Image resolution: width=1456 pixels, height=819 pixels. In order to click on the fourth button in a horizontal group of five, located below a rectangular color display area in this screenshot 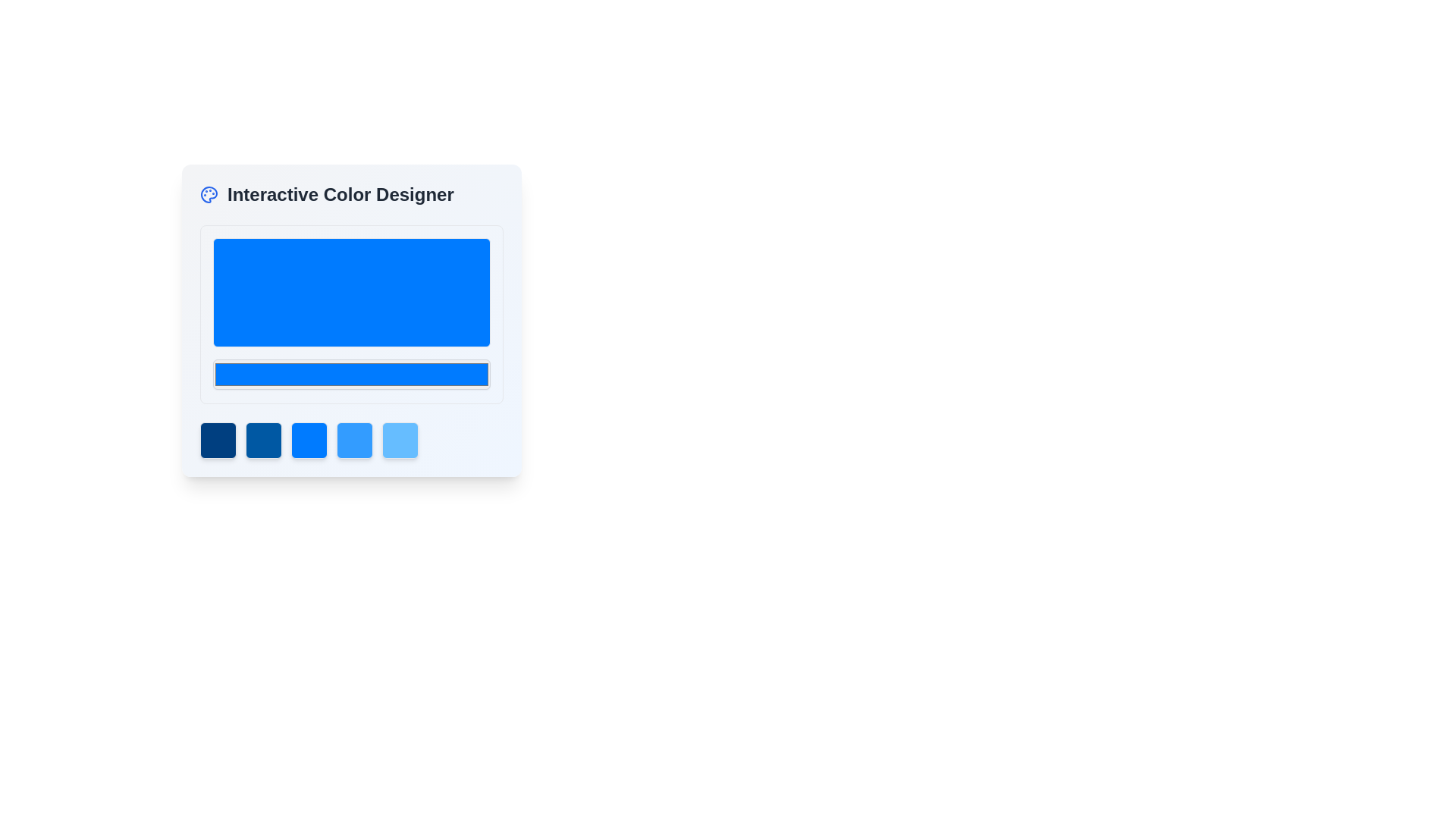, I will do `click(353, 441)`.